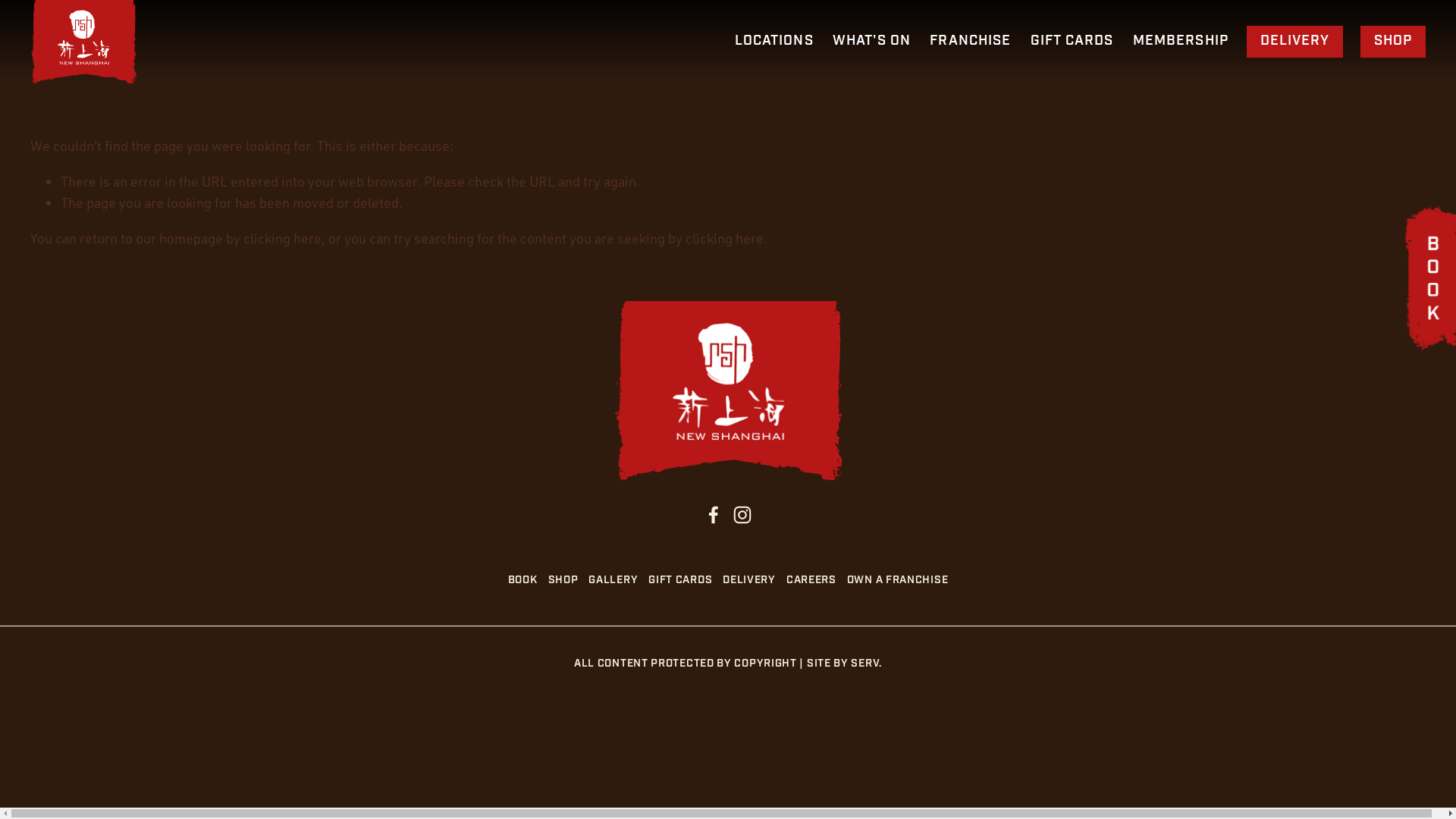  What do you see at coordinates (843, 663) in the screenshot?
I see `'SITE BY SERV.'` at bounding box center [843, 663].